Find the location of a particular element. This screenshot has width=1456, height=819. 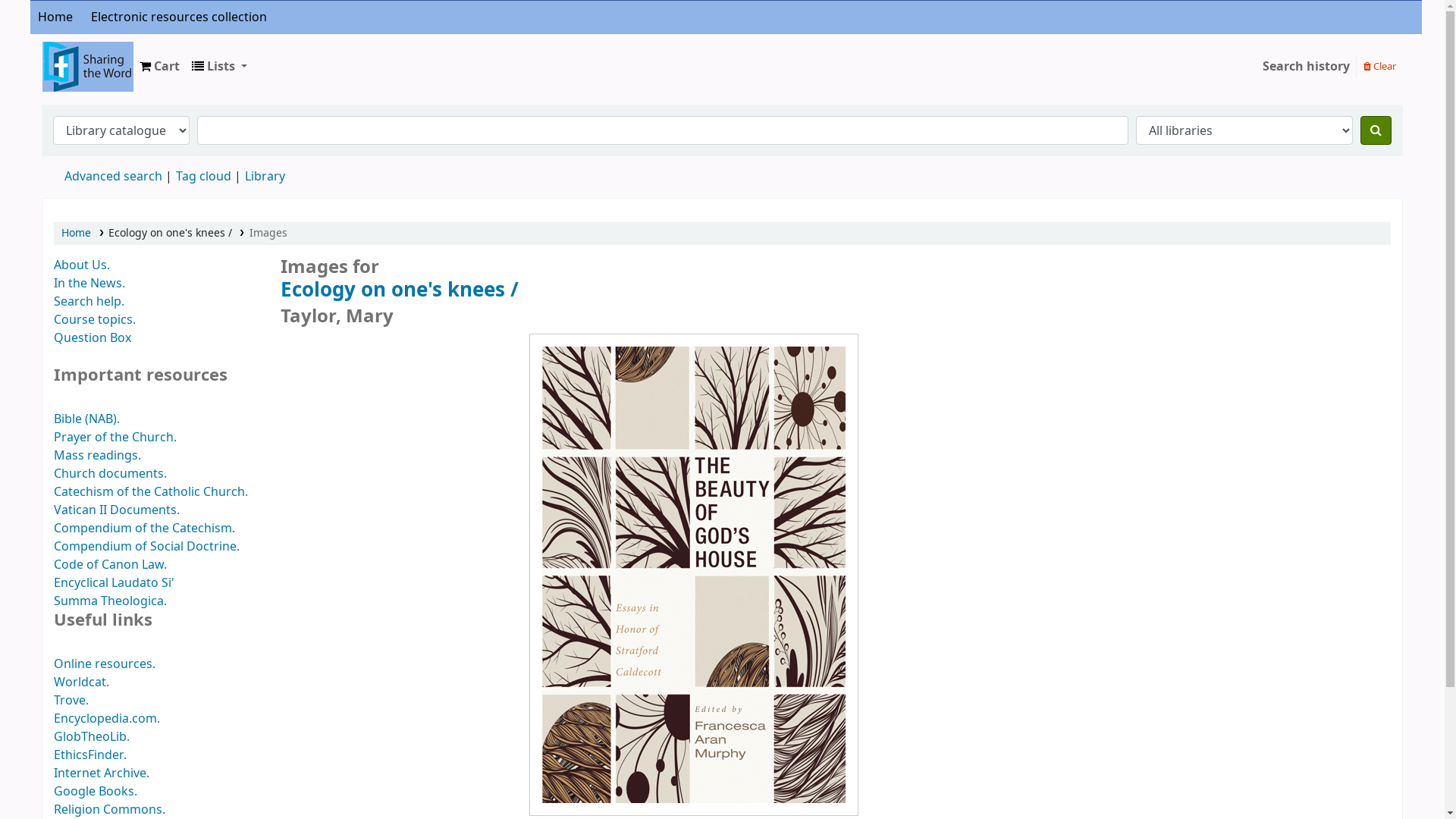

'Summa Theologica.' is located at coordinates (109, 601).